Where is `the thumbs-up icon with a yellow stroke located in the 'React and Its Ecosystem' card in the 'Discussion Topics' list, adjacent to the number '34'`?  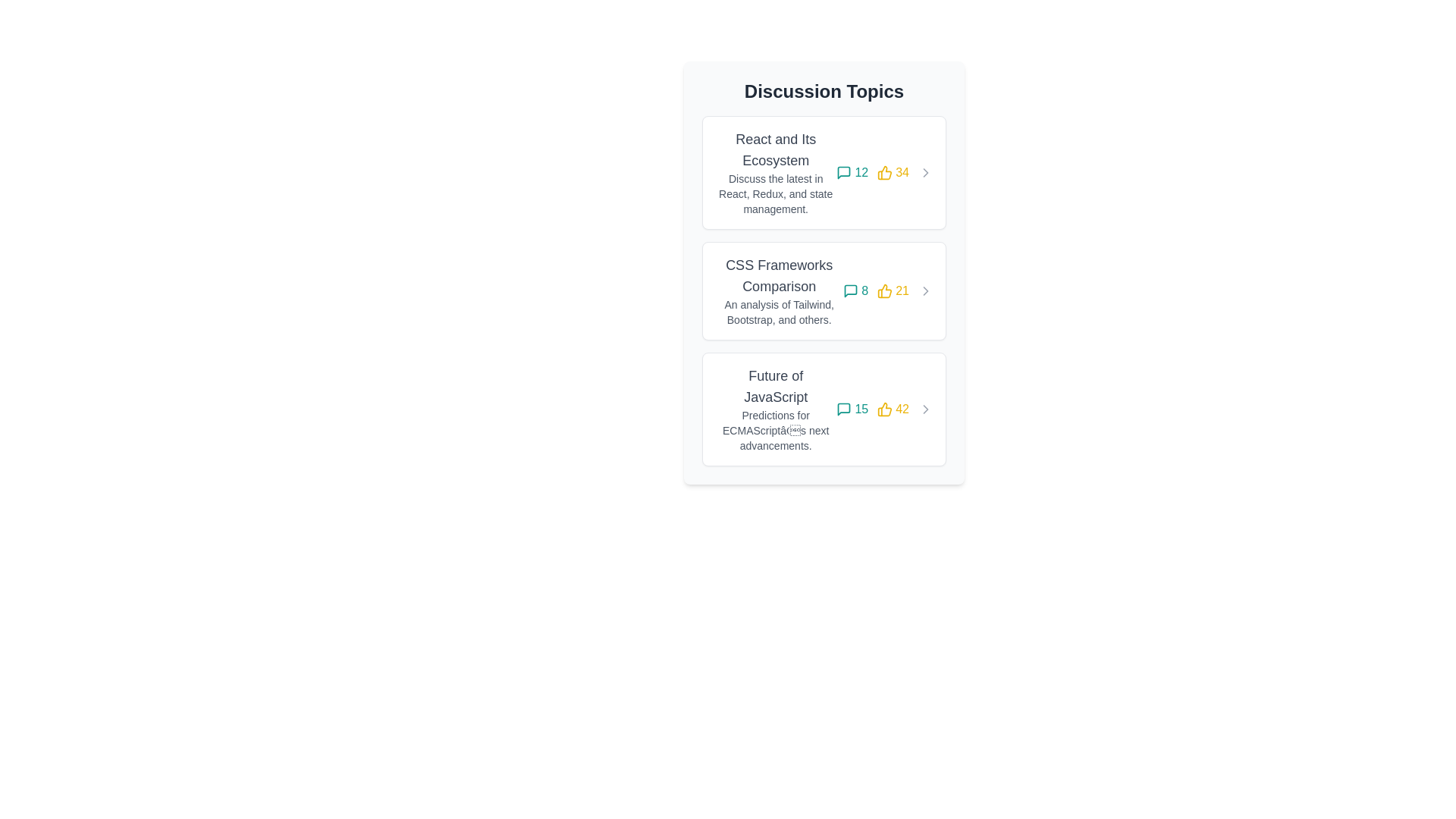 the thumbs-up icon with a yellow stroke located in the 'React and Its Ecosystem' card in the 'Discussion Topics' list, adjacent to the number '34' is located at coordinates (885, 171).